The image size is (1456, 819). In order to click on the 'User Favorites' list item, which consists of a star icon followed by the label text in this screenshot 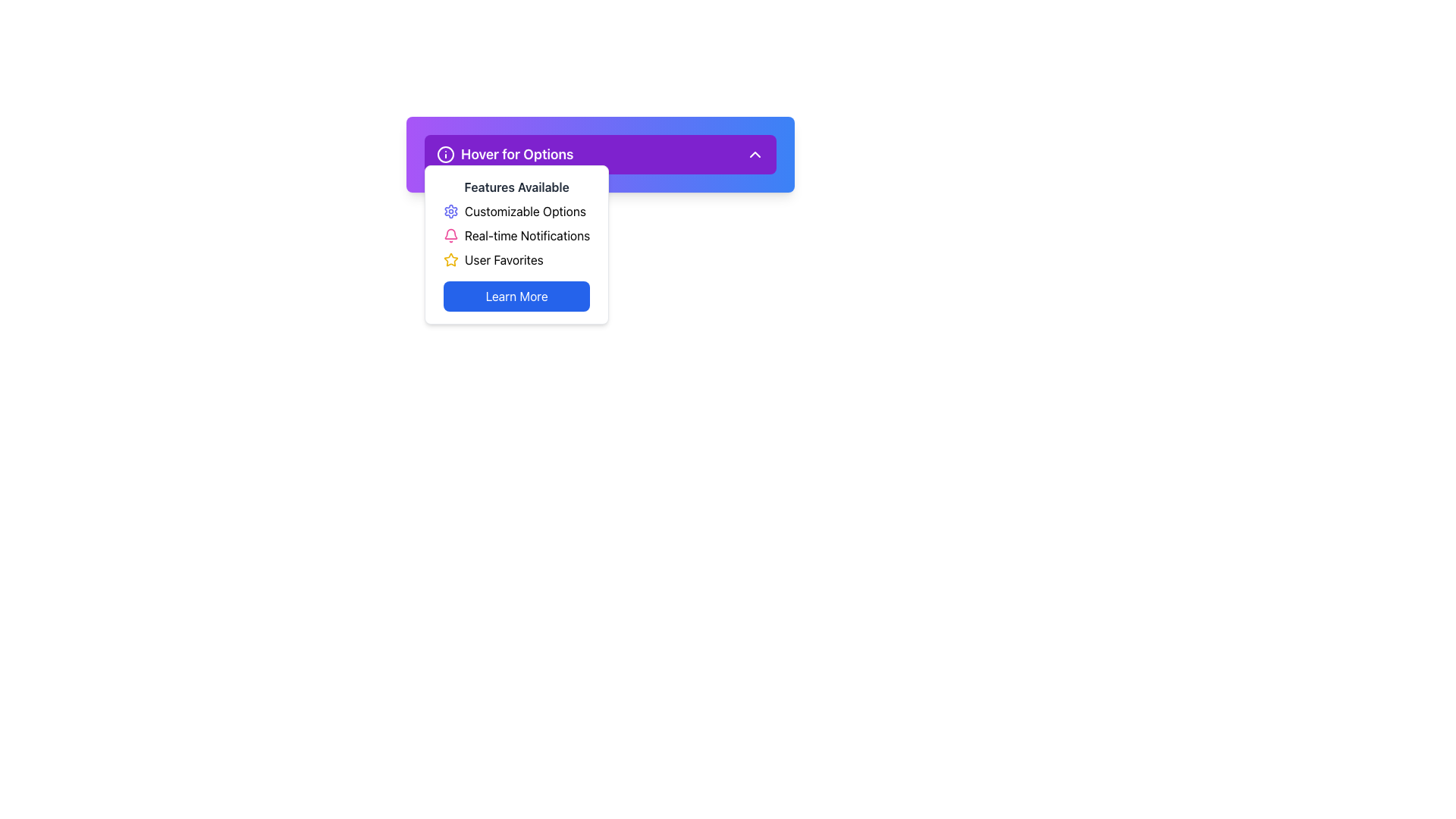, I will do `click(516, 259)`.